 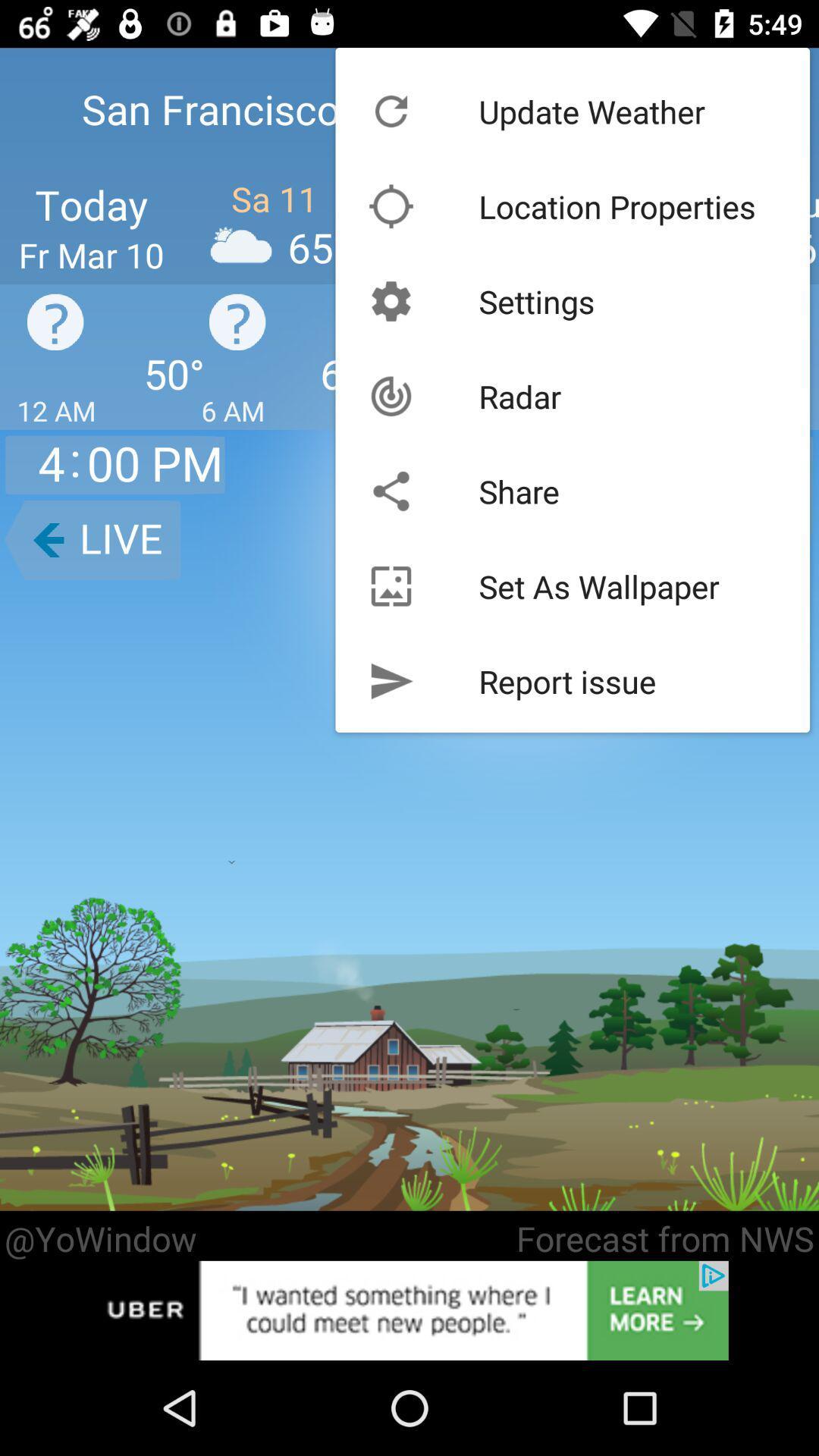 What do you see at coordinates (598, 585) in the screenshot?
I see `the item below share` at bounding box center [598, 585].